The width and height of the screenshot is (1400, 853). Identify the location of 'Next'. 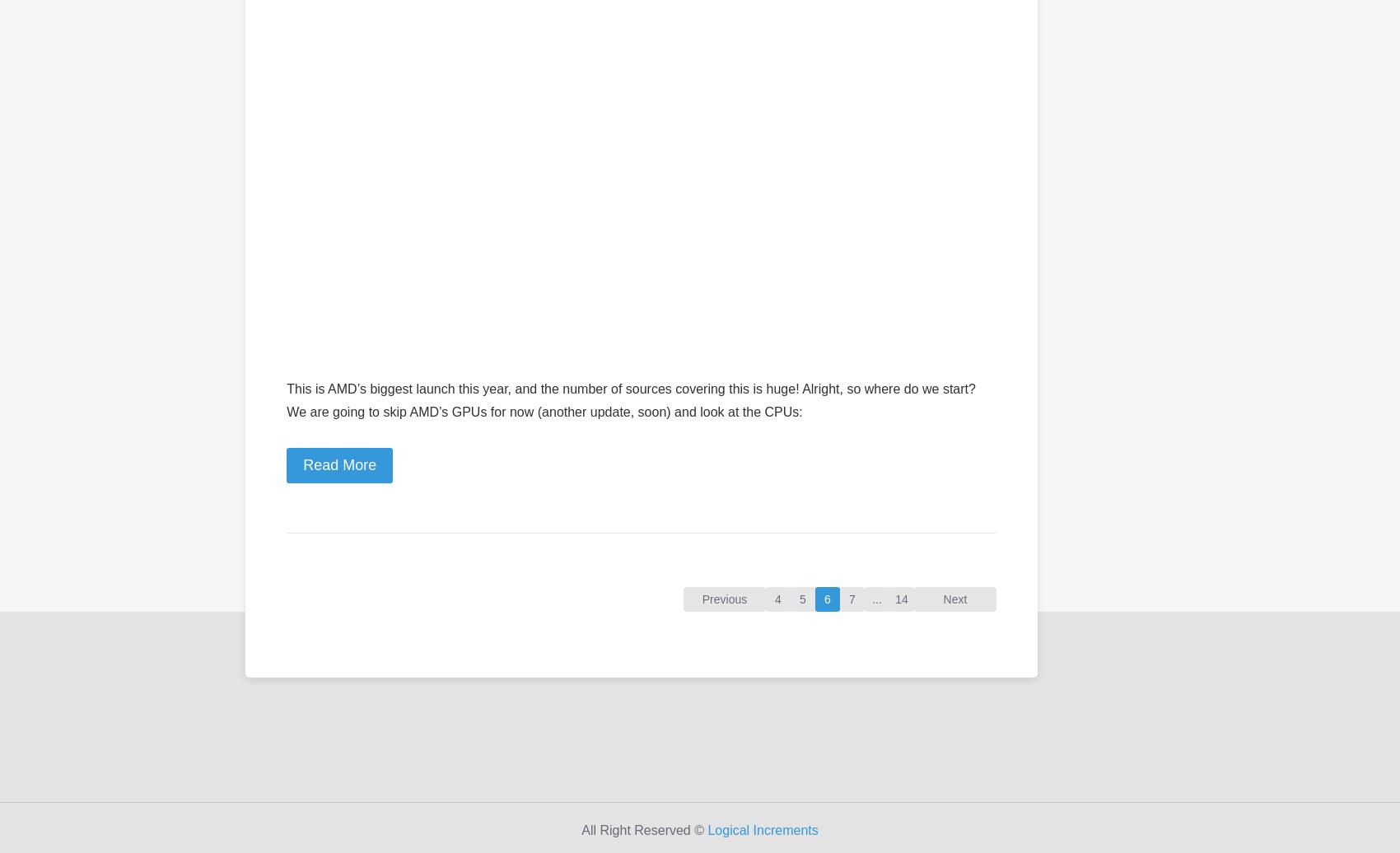
(954, 599).